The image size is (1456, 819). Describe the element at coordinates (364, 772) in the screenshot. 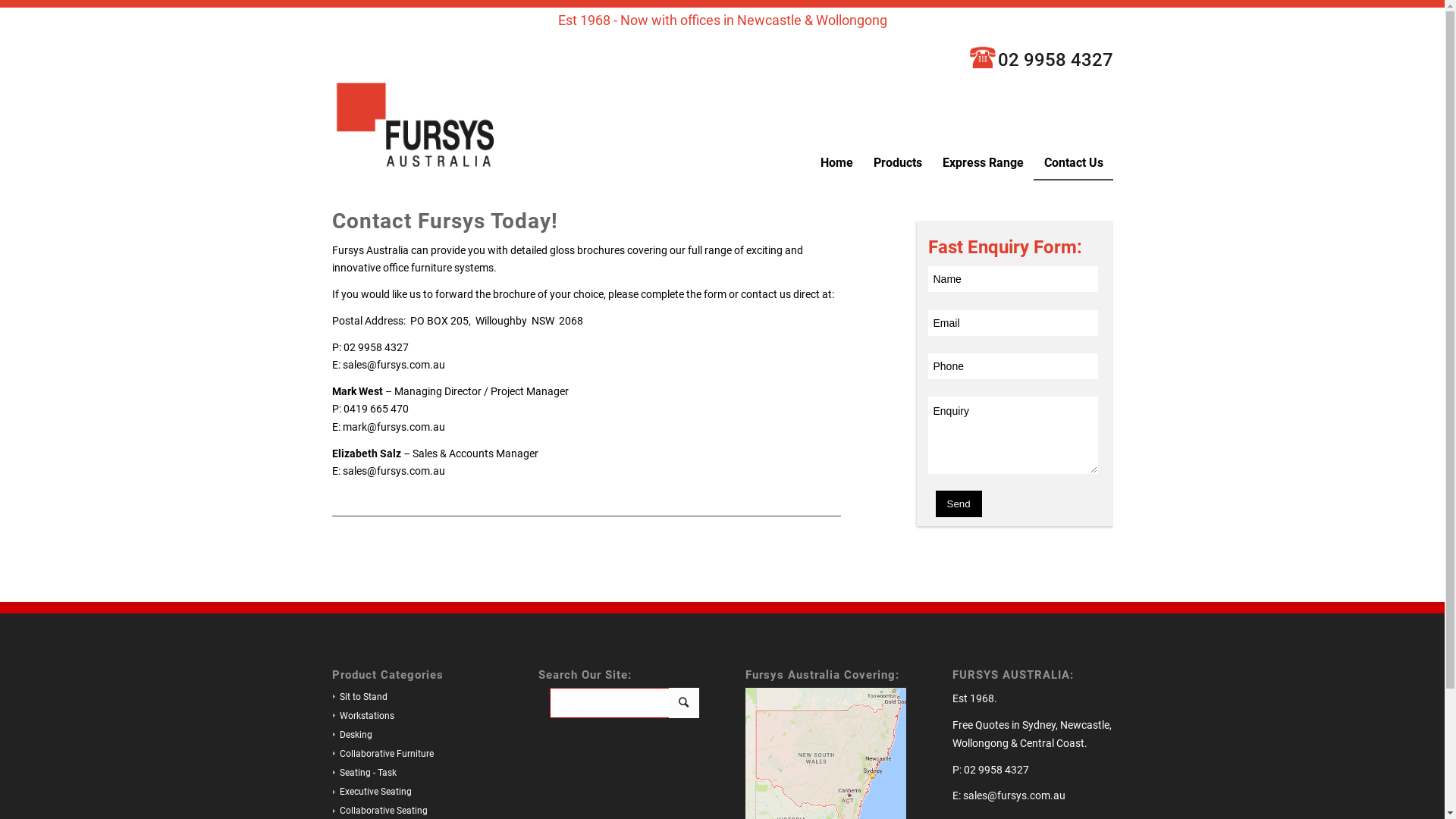

I see `'Seating - Task'` at that location.